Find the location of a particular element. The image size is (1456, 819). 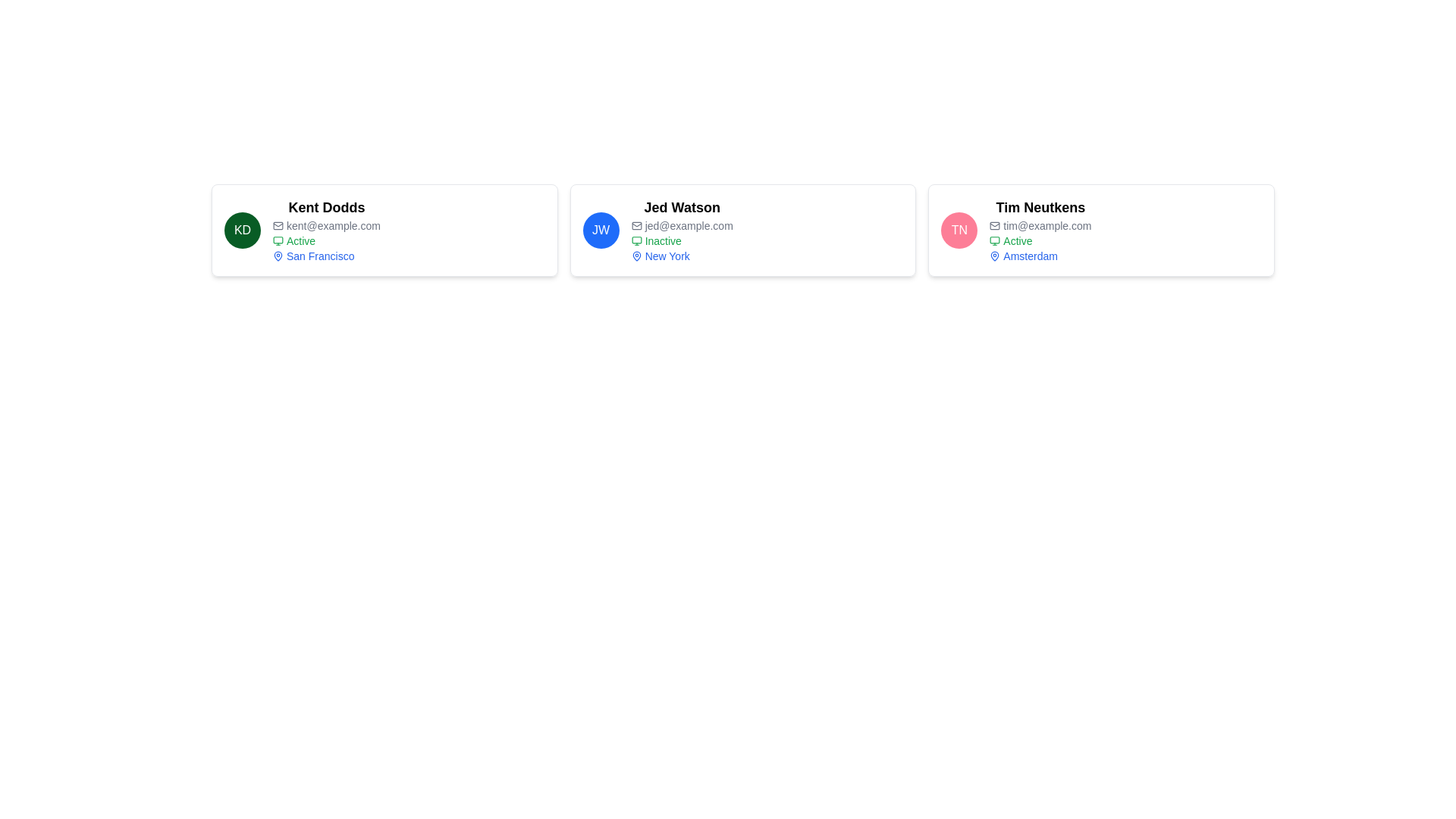

the small mail icon located to the left of the email text 'jed@example.com' in the contact card of 'Jed Watson' is located at coordinates (636, 225).